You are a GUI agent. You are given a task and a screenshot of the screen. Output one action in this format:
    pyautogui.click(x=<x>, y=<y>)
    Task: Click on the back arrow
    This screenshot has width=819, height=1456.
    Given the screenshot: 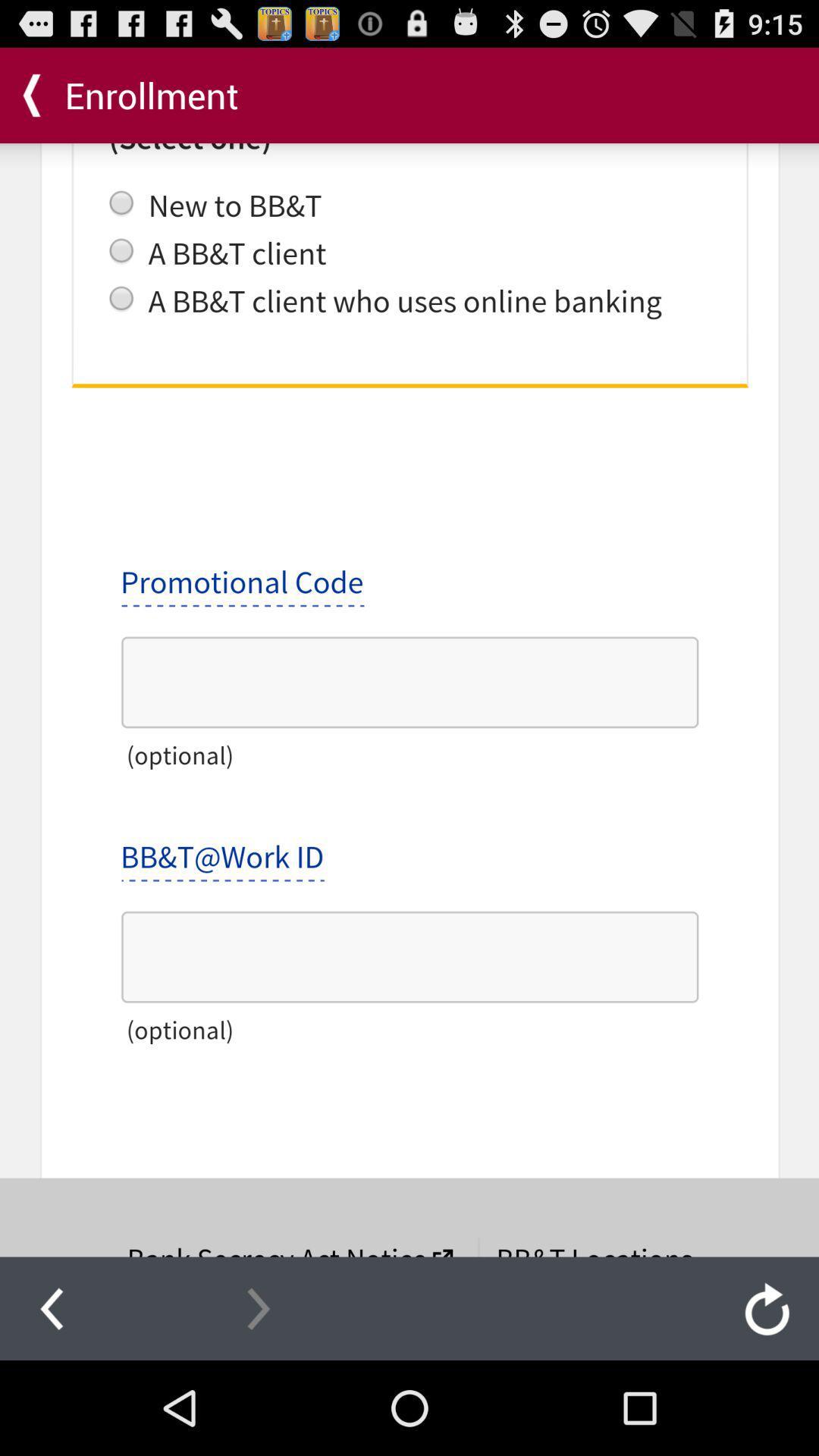 What is the action you would take?
    pyautogui.click(x=51, y=1307)
    